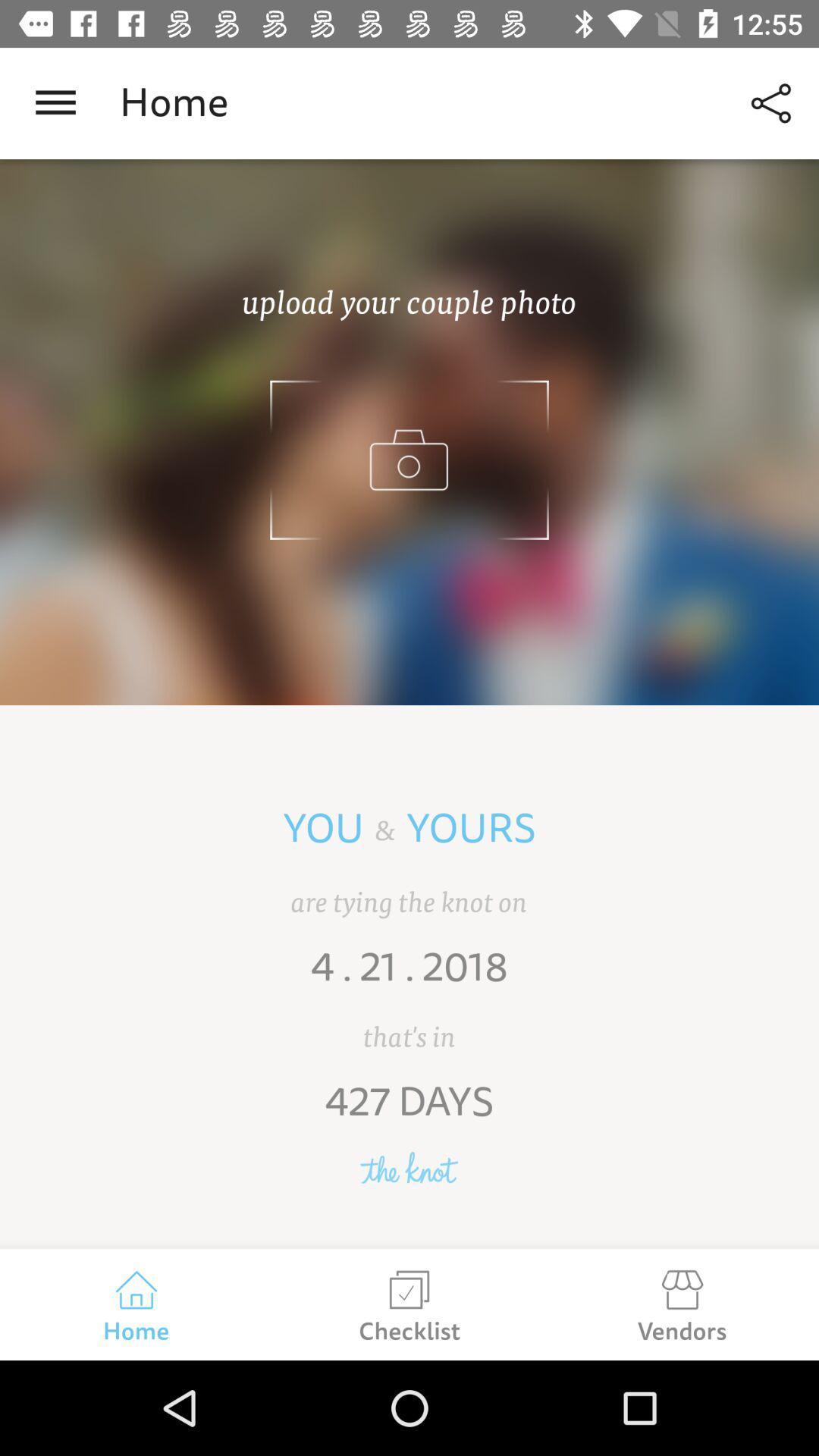  Describe the element at coordinates (55, 102) in the screenshot. I see `the item next to the home icon` at that location.